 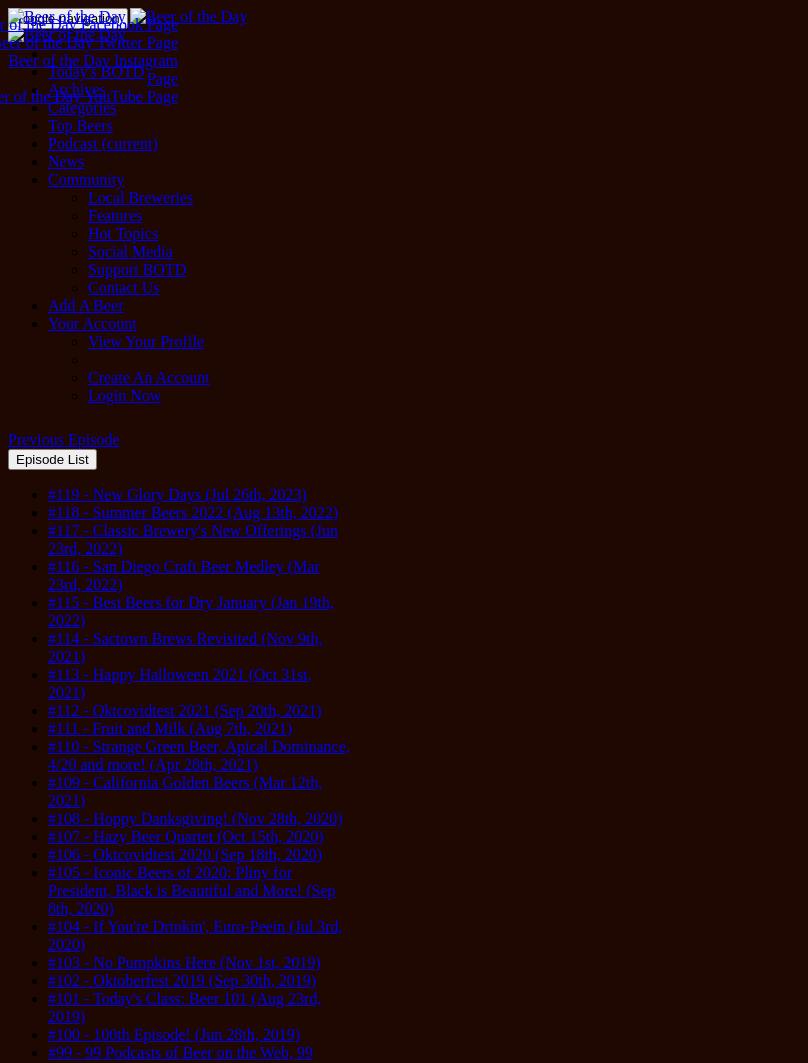 What do you see at coordinates (178, 682) in the screenshot?
I see `'#113 - Happy Halloween 2021 (Oct 31st, 2021)'` at bounding box center [178, 682].